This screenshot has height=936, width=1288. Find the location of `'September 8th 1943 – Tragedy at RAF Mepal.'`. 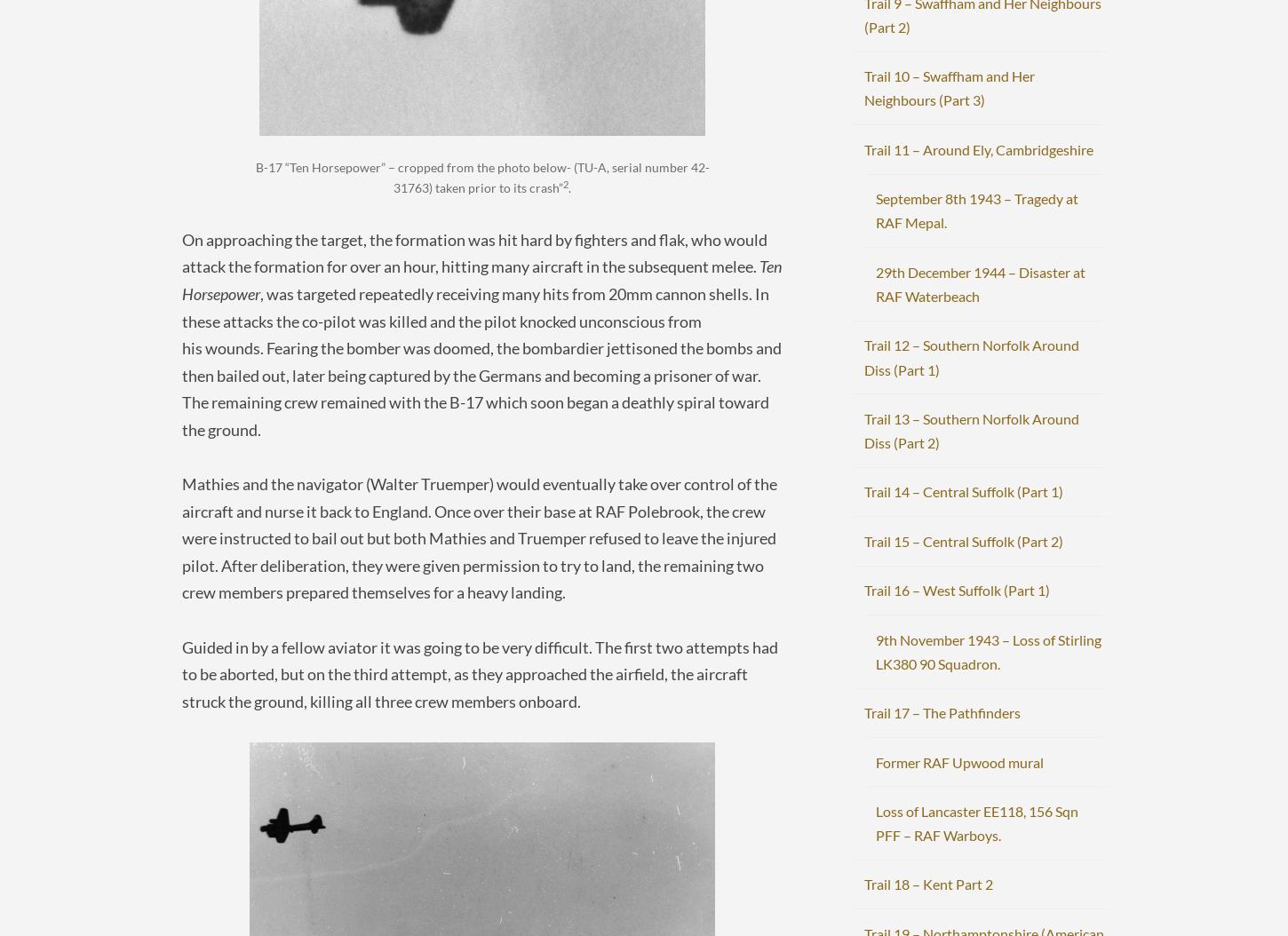

'September 8th 1943 – Tragedy at RAF Mepal.' is located at coordinates (975, 210).